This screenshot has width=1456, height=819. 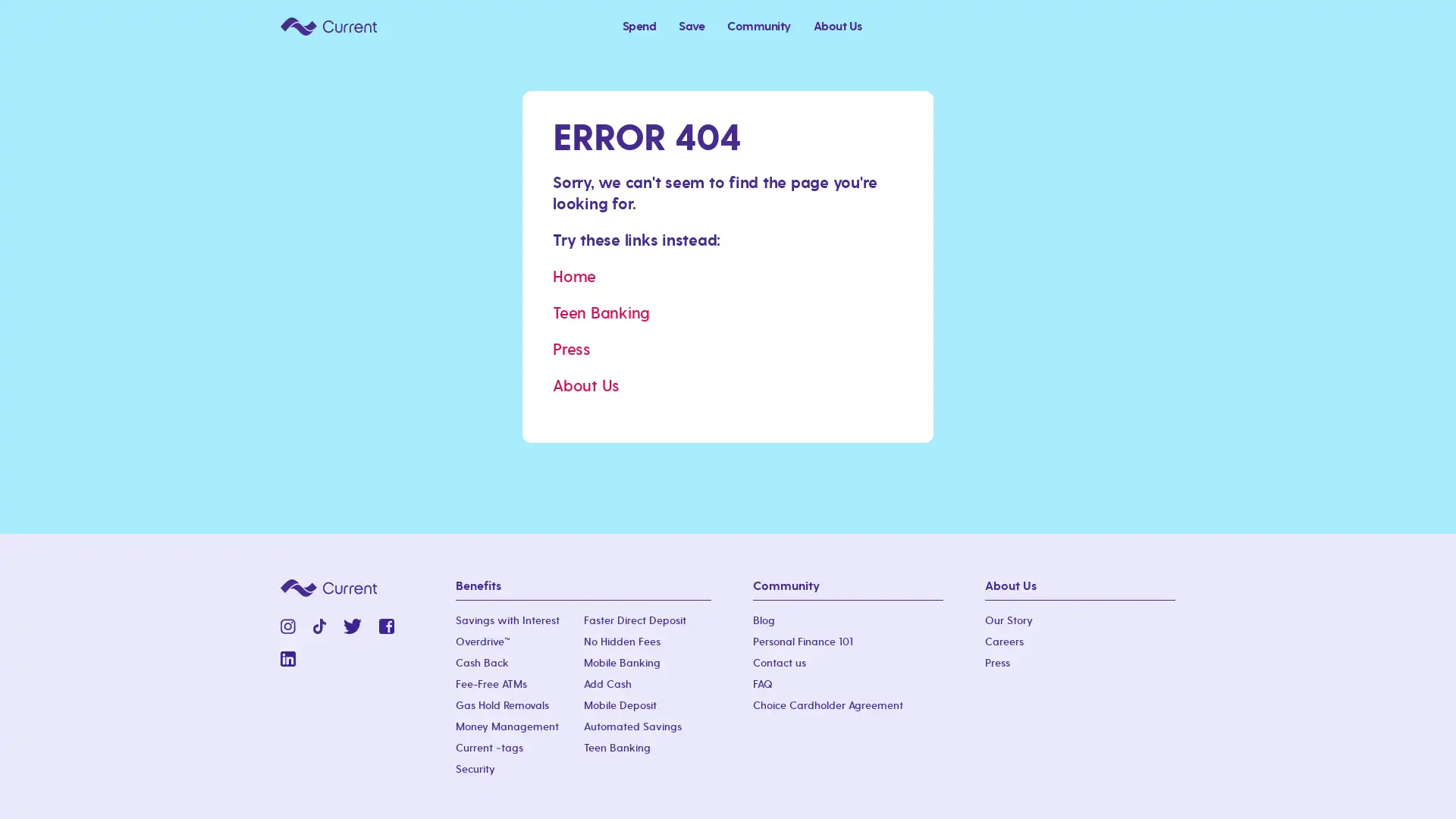 I want to click on Careers, so click(x=1004, y=642).